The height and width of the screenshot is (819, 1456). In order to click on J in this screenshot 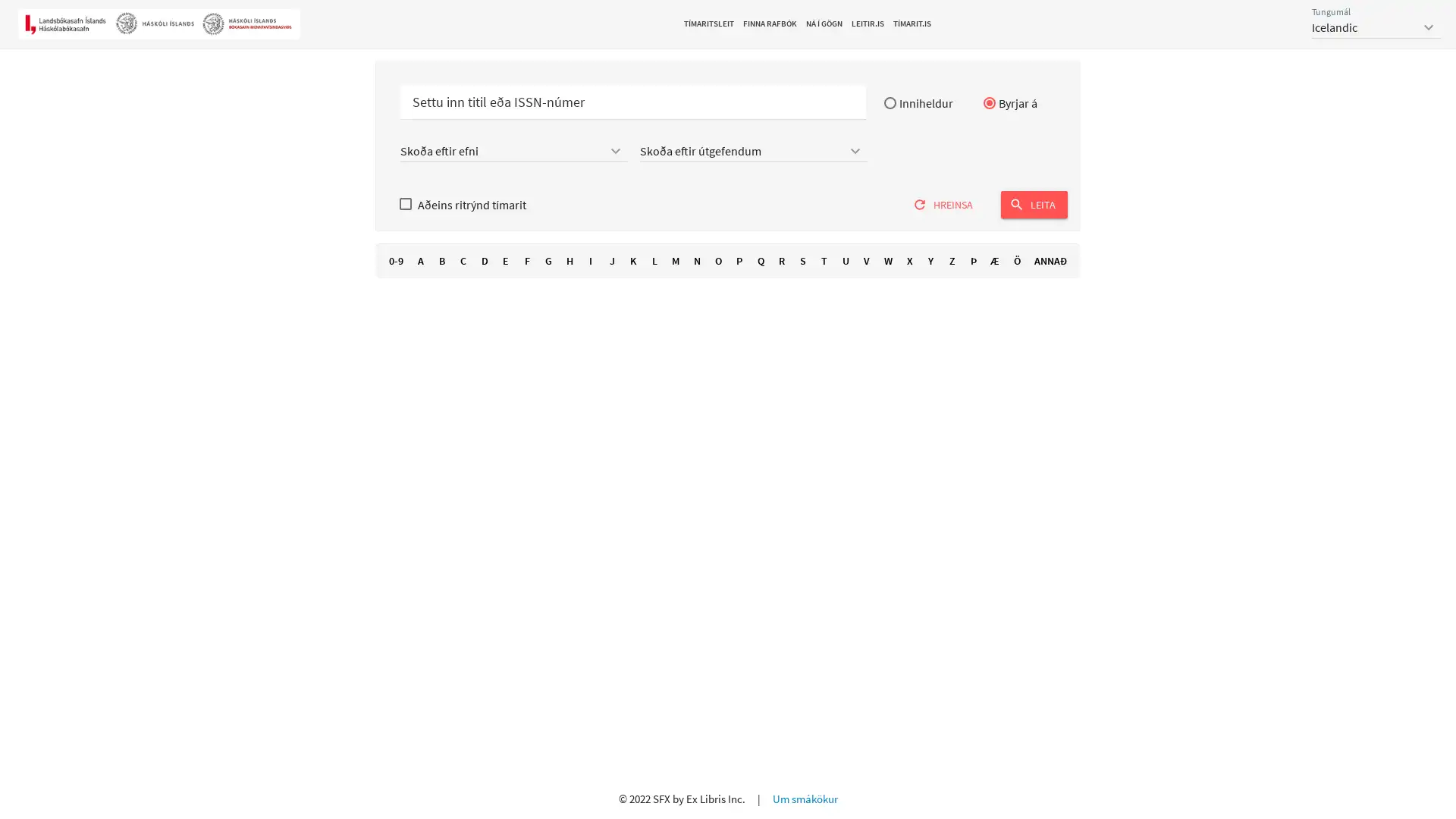, I will do `click(611, 259)`.